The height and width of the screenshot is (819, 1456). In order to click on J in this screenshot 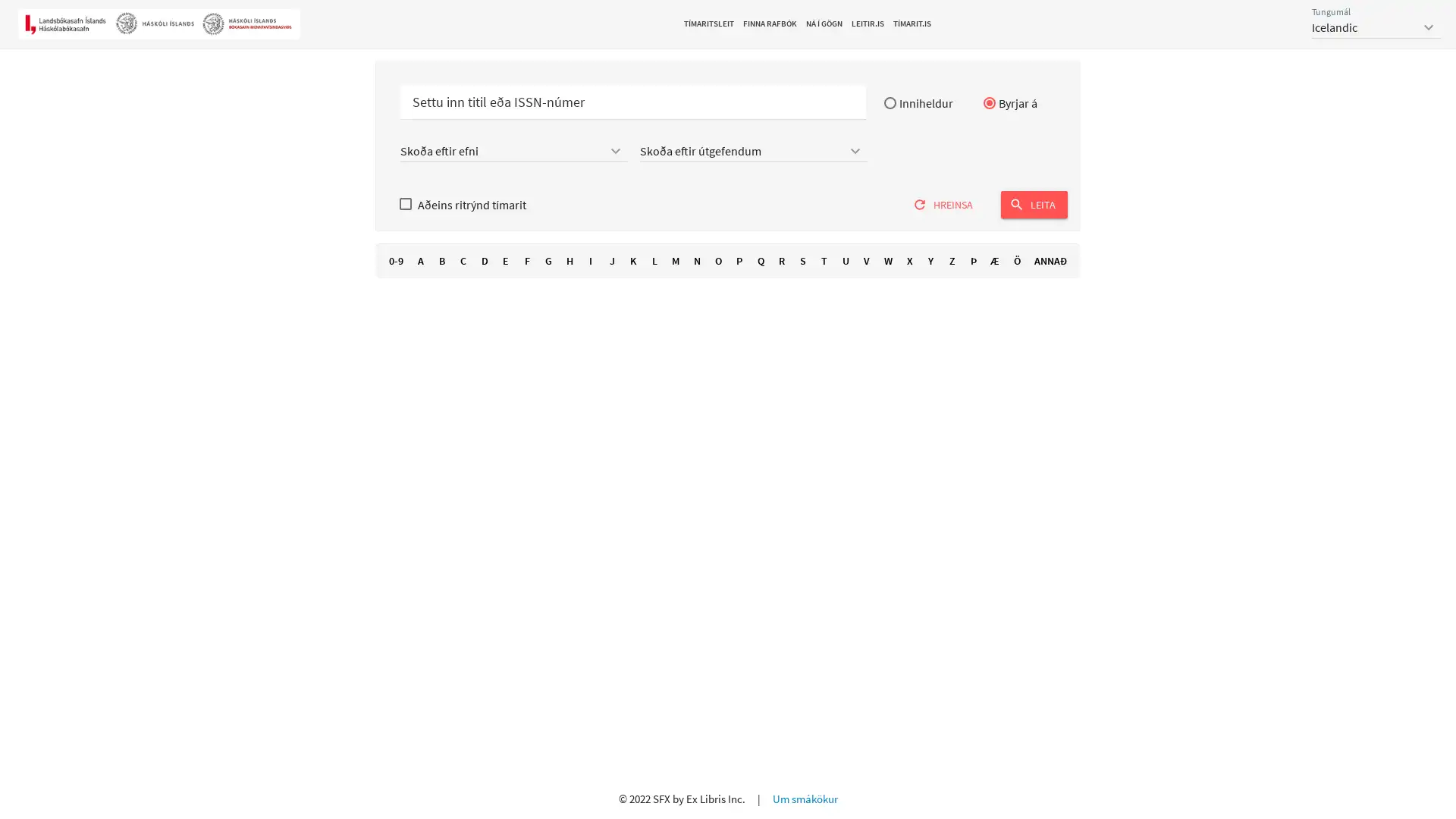, I will do `click(611, 259)`.